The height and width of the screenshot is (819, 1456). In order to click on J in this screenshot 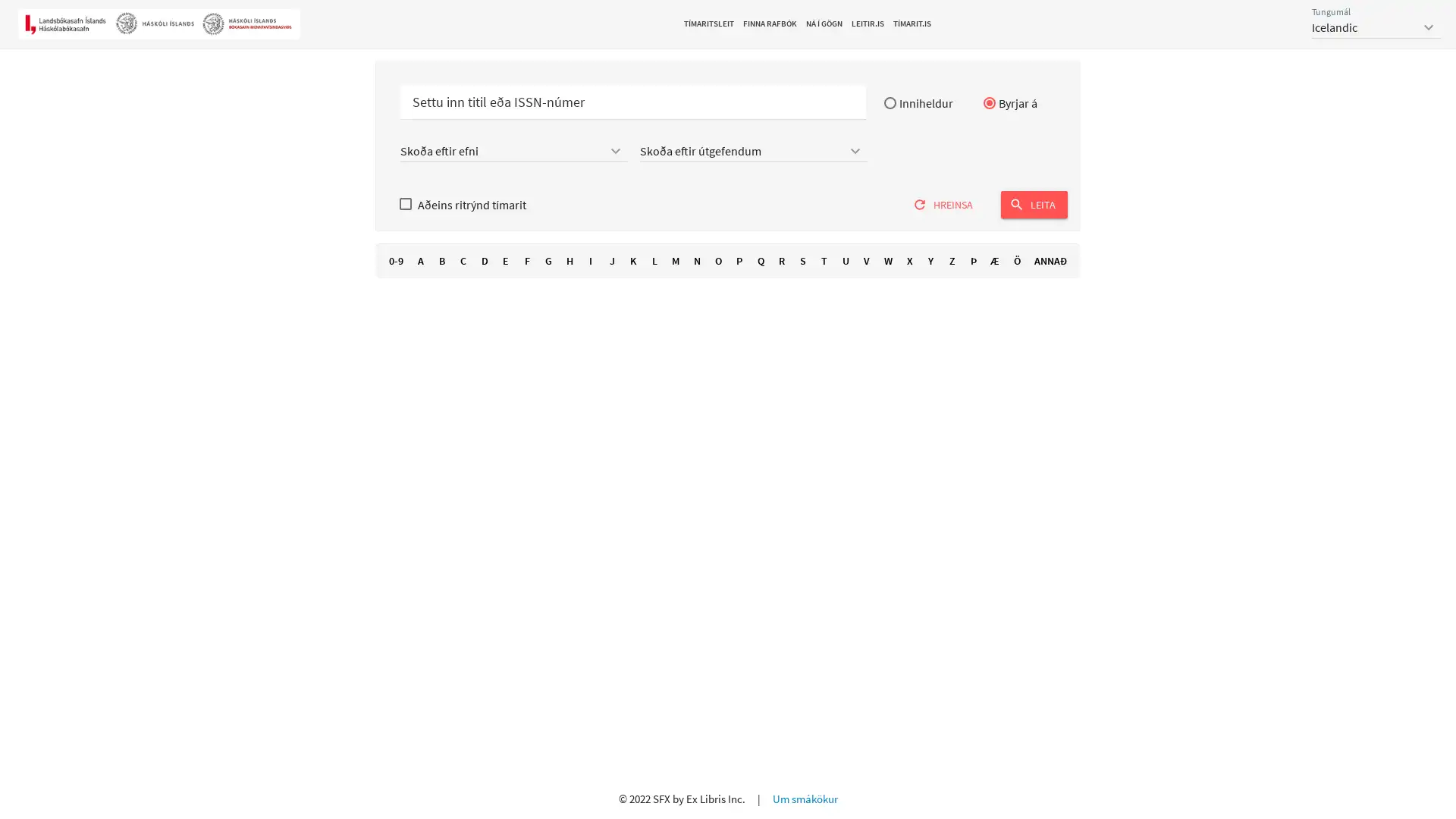, I will do `click(611, 259)`.